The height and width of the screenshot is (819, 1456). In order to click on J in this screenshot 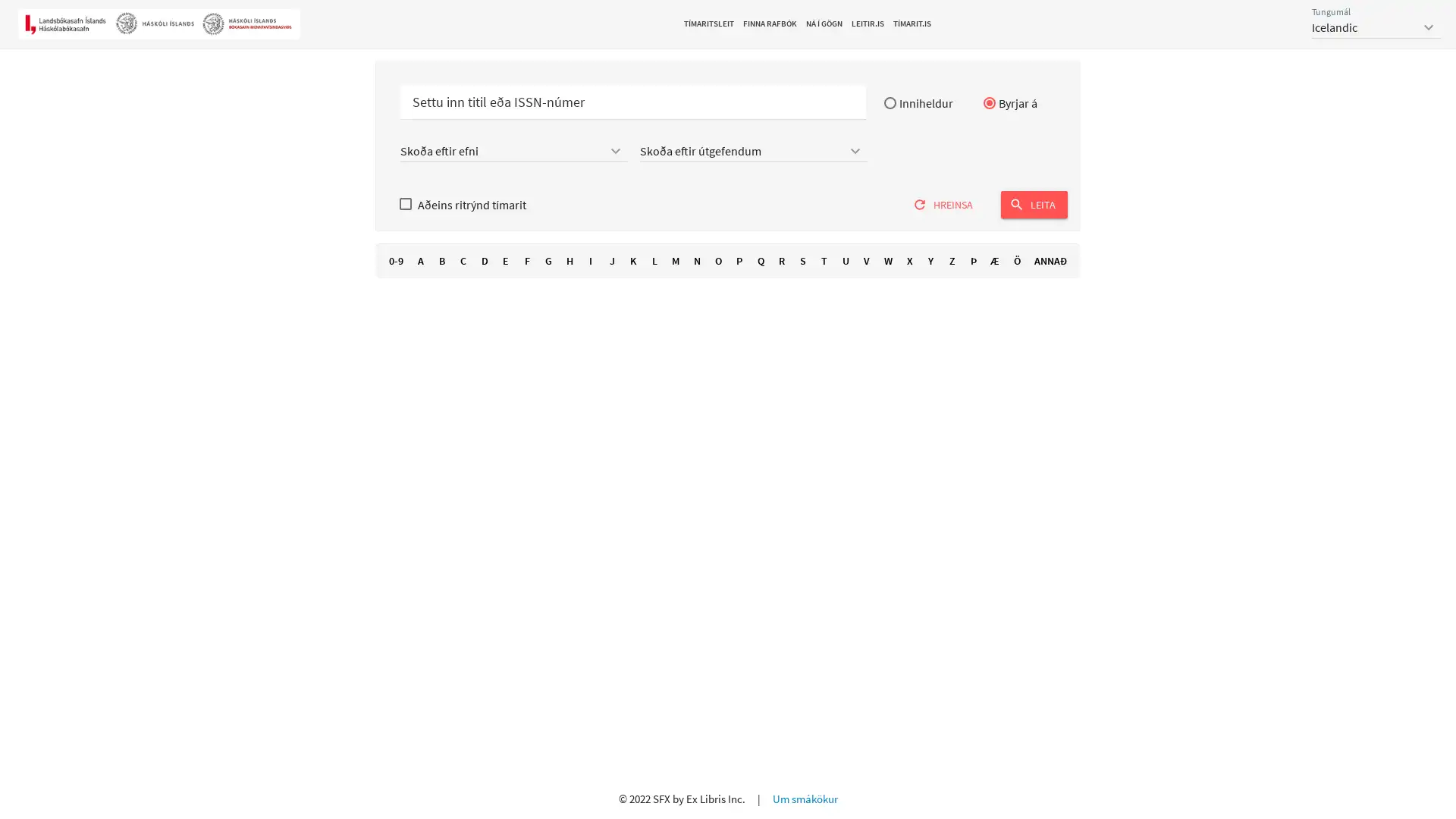, I will do `click(611, 259)`.